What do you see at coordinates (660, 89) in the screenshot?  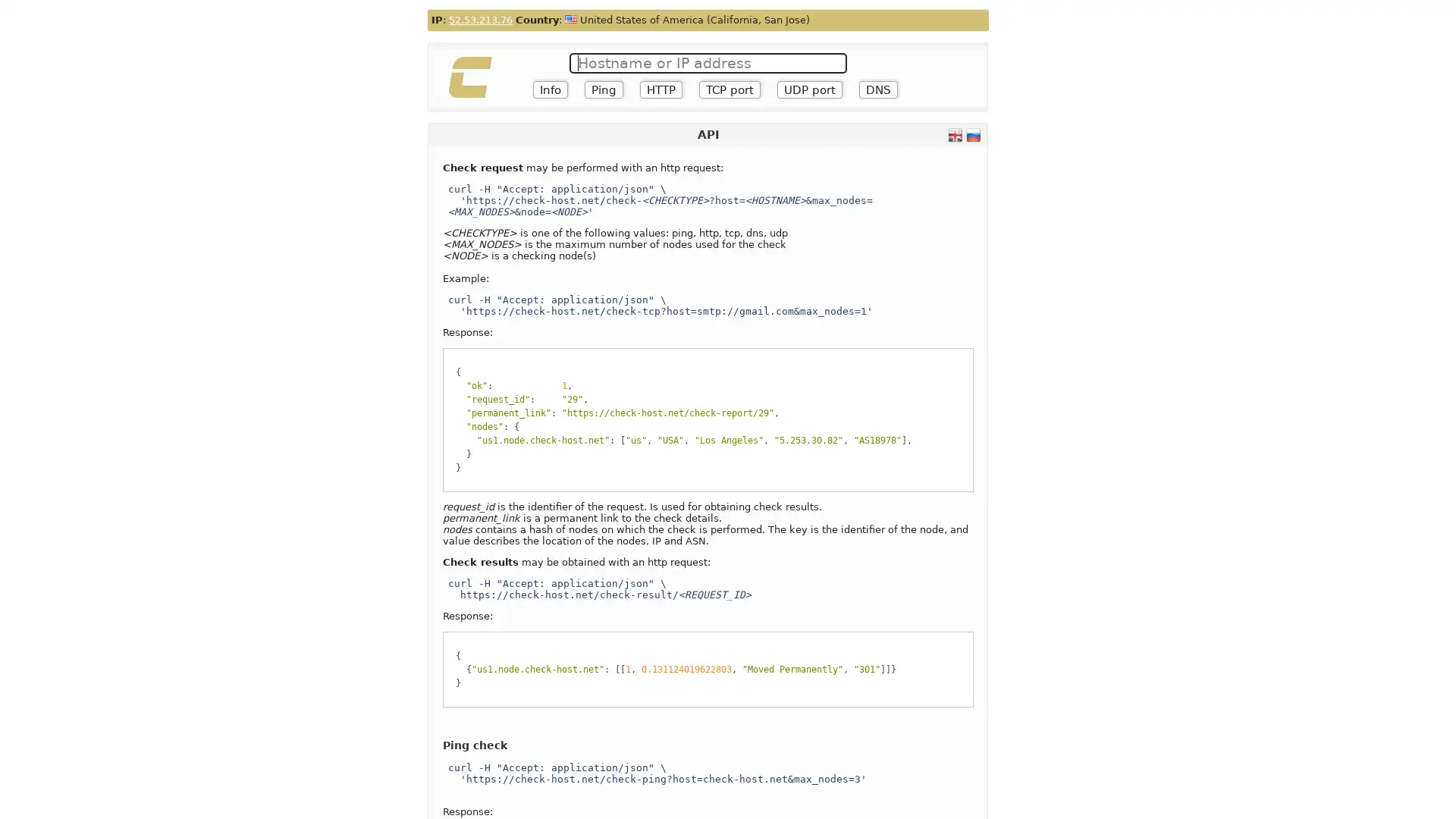 I see `HTTP` at bounding box center [660, 89].